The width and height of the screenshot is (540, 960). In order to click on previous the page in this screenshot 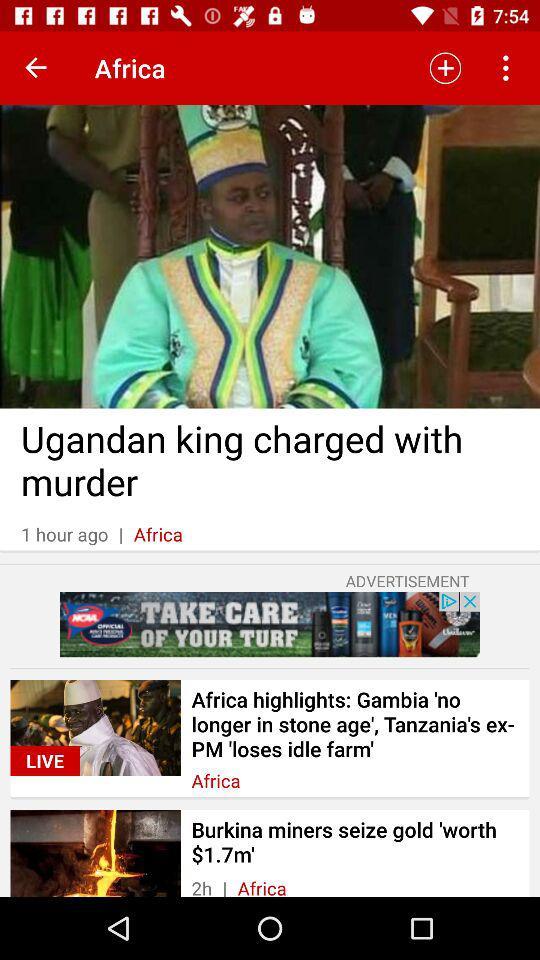, I will do `click(36, 68)`.